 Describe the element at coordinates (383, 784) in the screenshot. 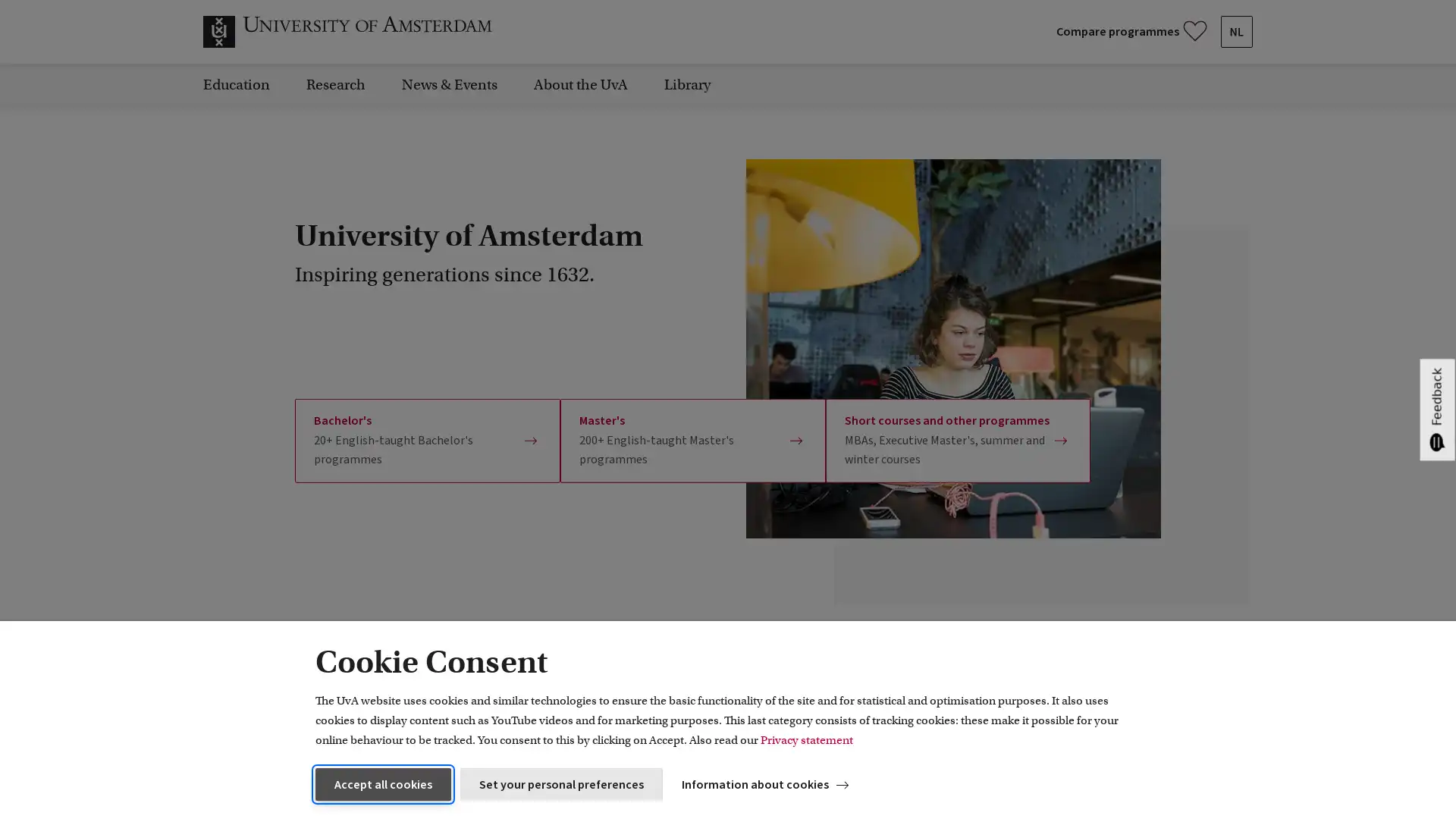

I see `Accept all cookies` at that location.